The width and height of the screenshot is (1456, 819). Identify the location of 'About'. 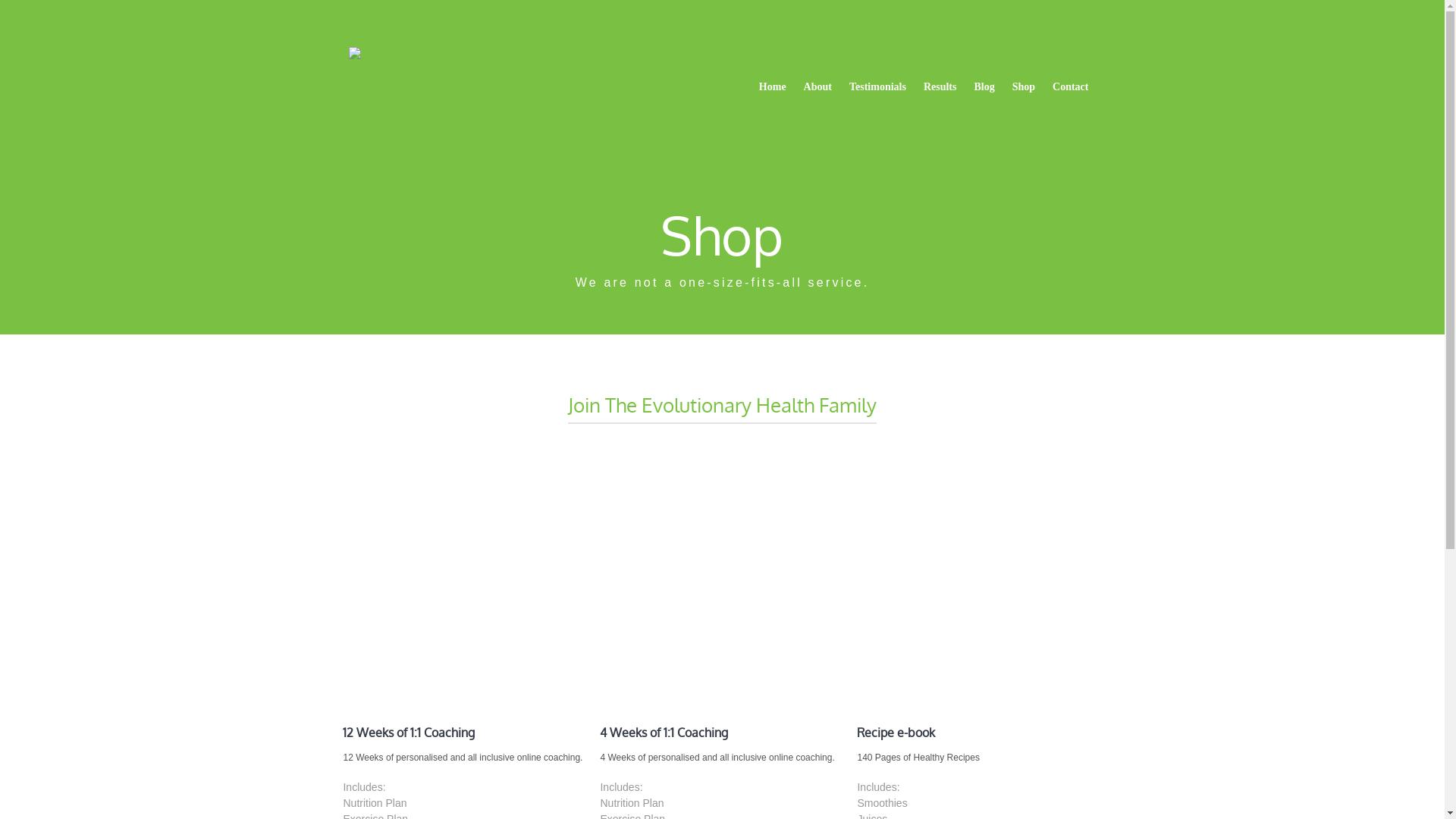
(795, 87).